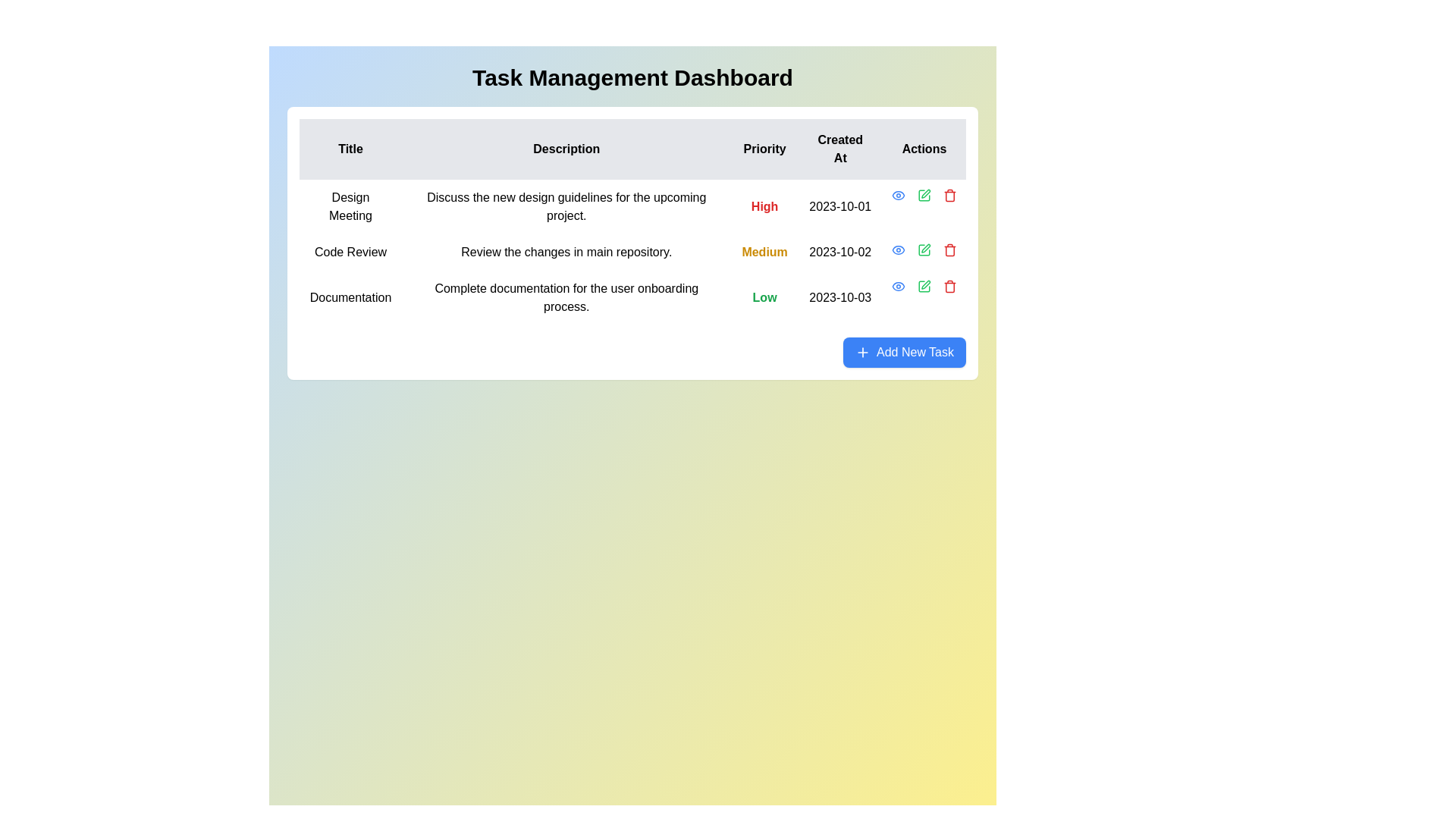 The width and height of the screenshot is (1456, 819). Describe the element at coordinates (924, 287) in the screenshot. I see `the edit button located in the 'Actions' column of the third row of the task management table to initiate an edit action` at that location.